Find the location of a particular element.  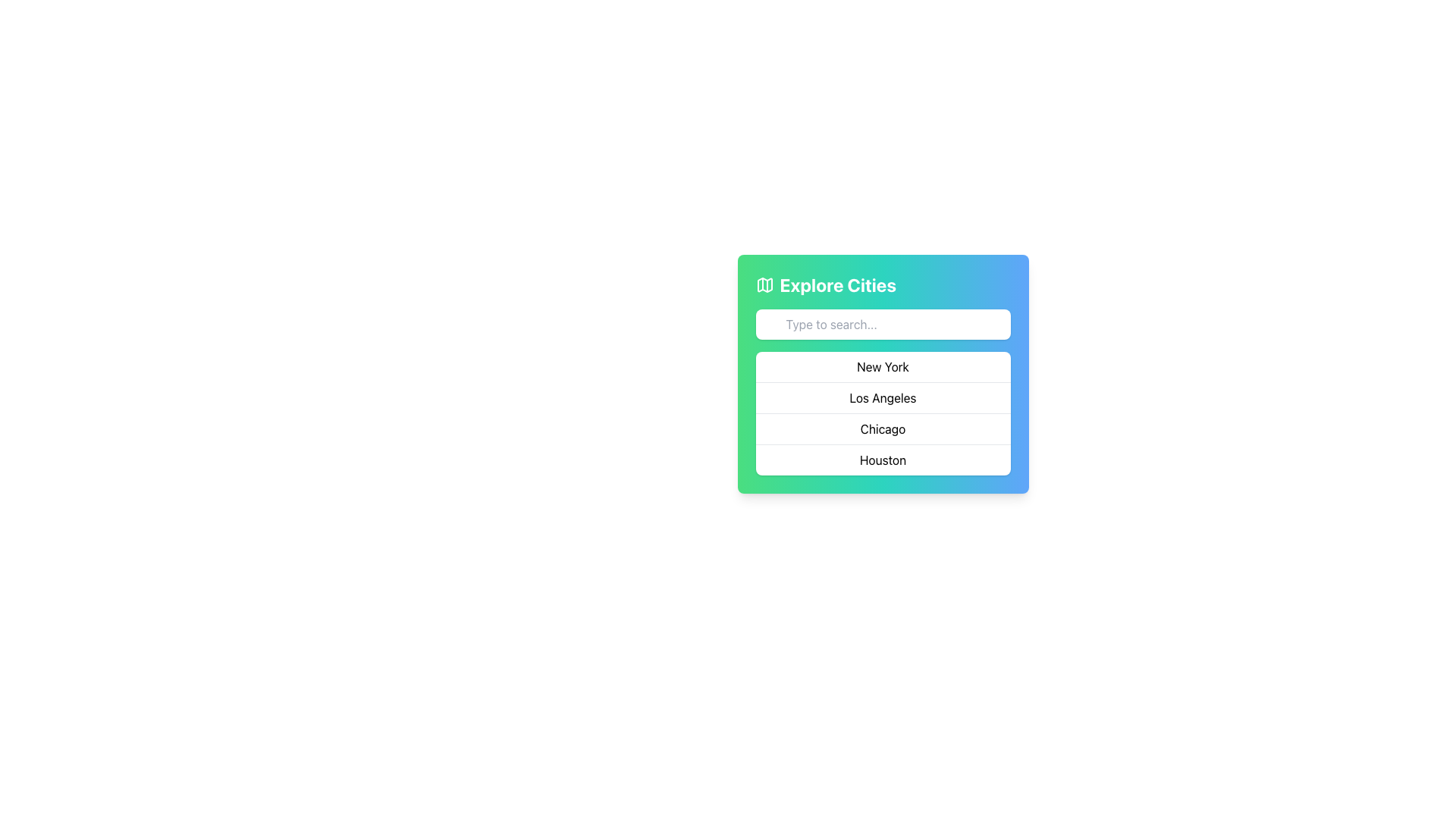

the decorative icon located to the left of the 'Explore Cities' label, which suggests navigation or exploration functionality is located at coordinates (764, 284).